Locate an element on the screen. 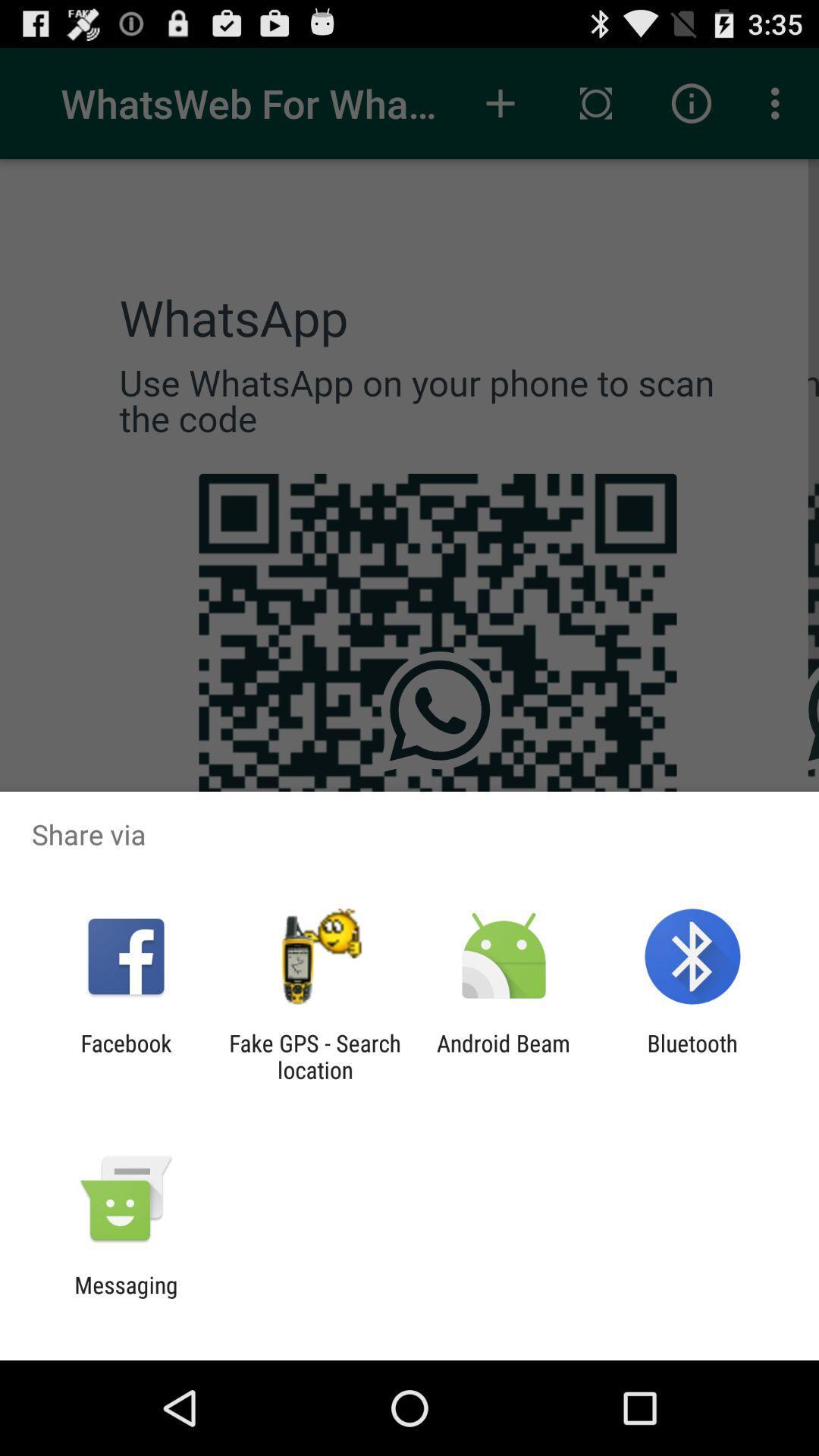 This screenshot has height=1456, width=819. the item to the right of android beam app is located at coordinates (692, 1056).